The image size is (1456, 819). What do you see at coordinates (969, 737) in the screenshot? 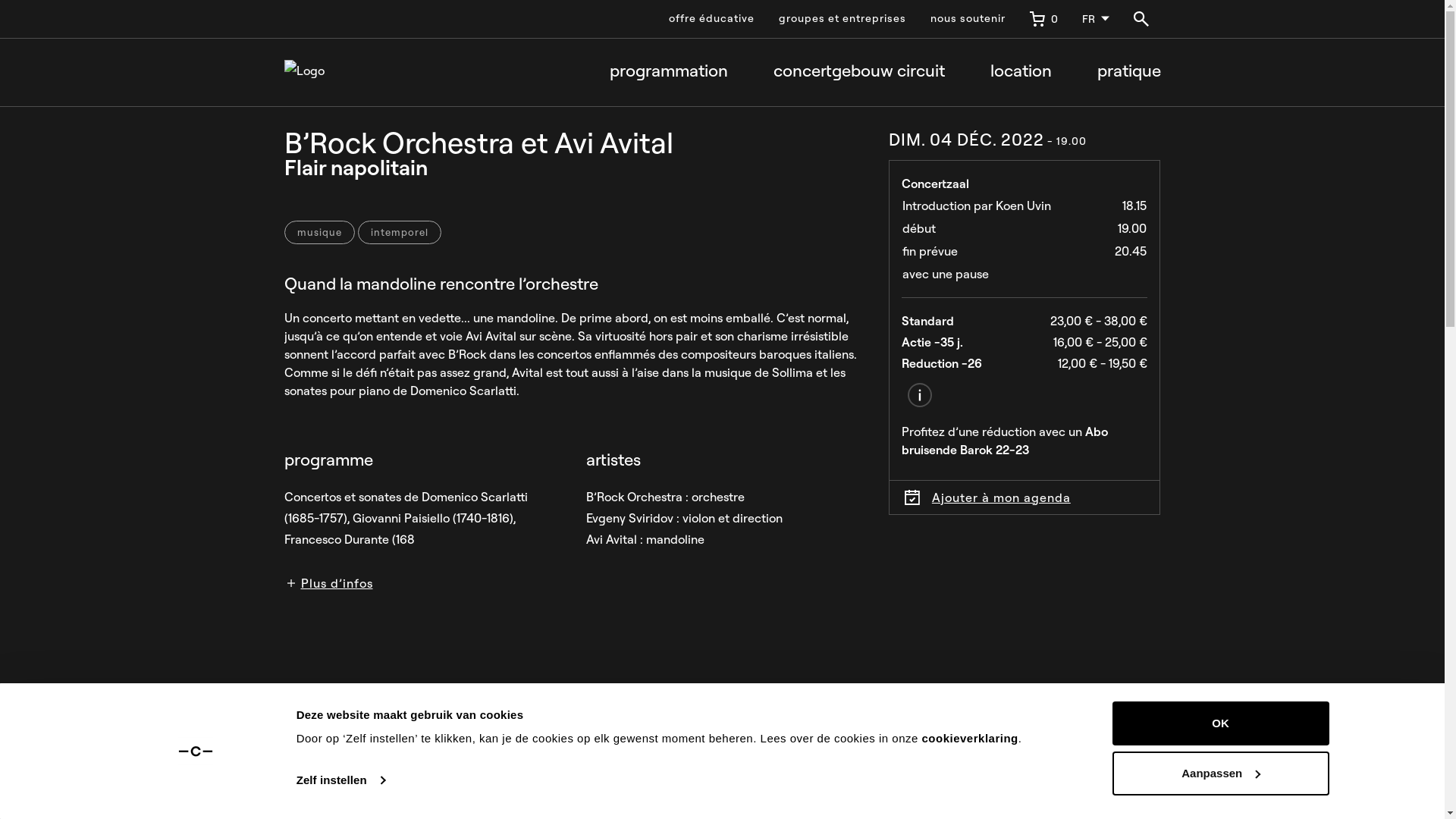
I see `'cookieverklaring'` at bounding box center [969, 737].